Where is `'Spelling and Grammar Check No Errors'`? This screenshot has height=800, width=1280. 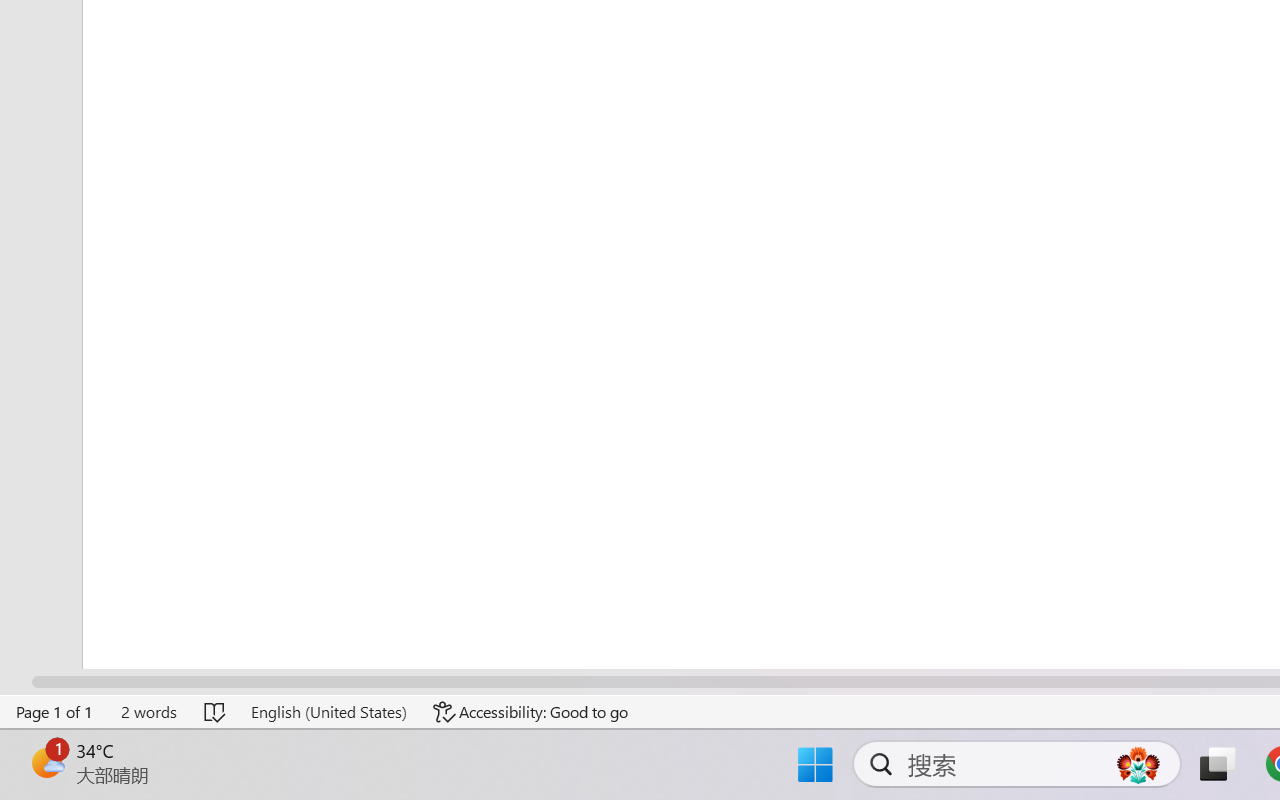
'Spelling and Grammar Check No Errors' is located at coordinates (216, 711).